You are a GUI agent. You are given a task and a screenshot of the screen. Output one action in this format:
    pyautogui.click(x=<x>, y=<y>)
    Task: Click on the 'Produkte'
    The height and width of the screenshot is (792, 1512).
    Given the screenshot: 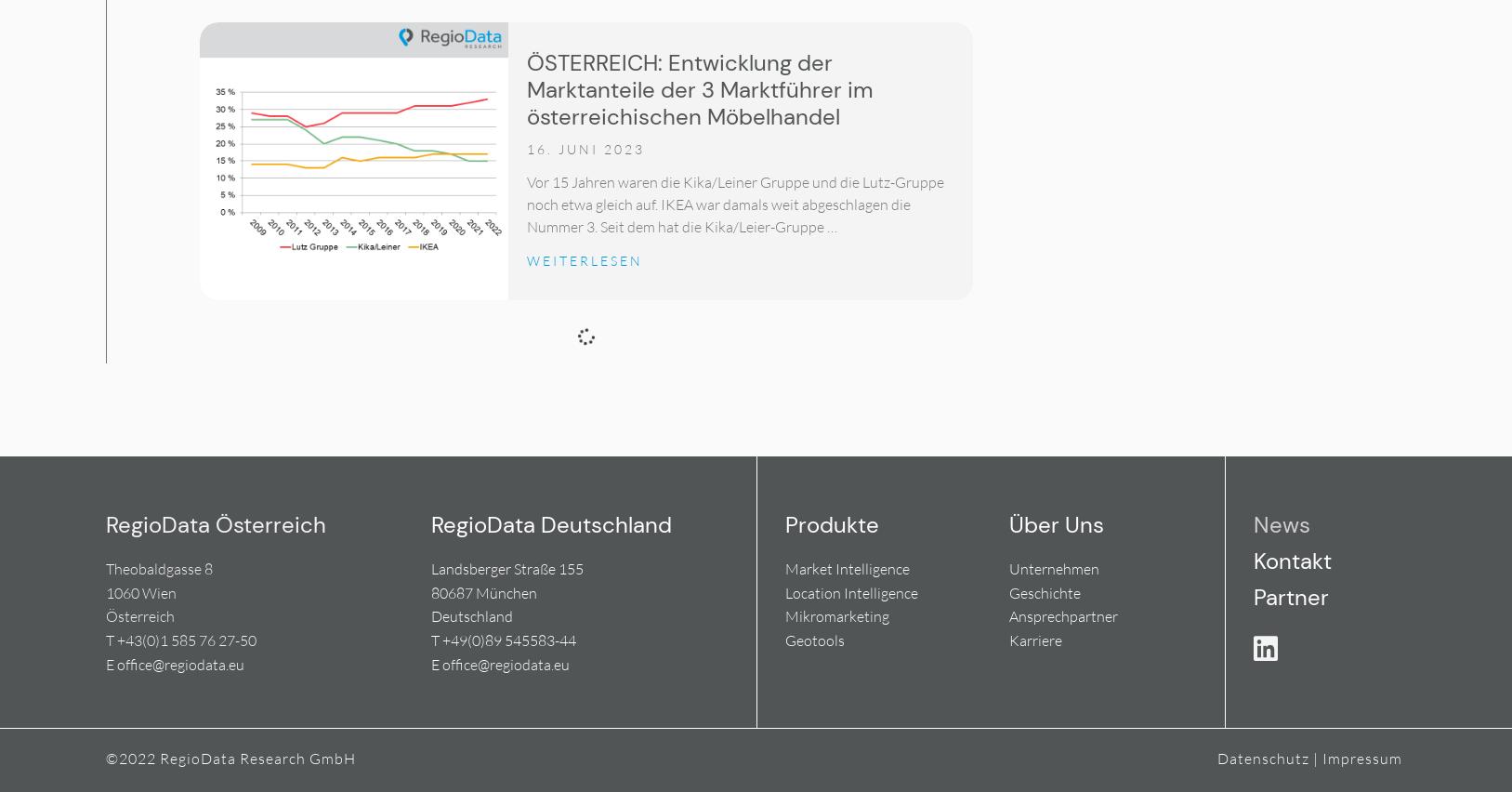 What is the action you would take?
    pyautogui.click(x=831, y=524)
    